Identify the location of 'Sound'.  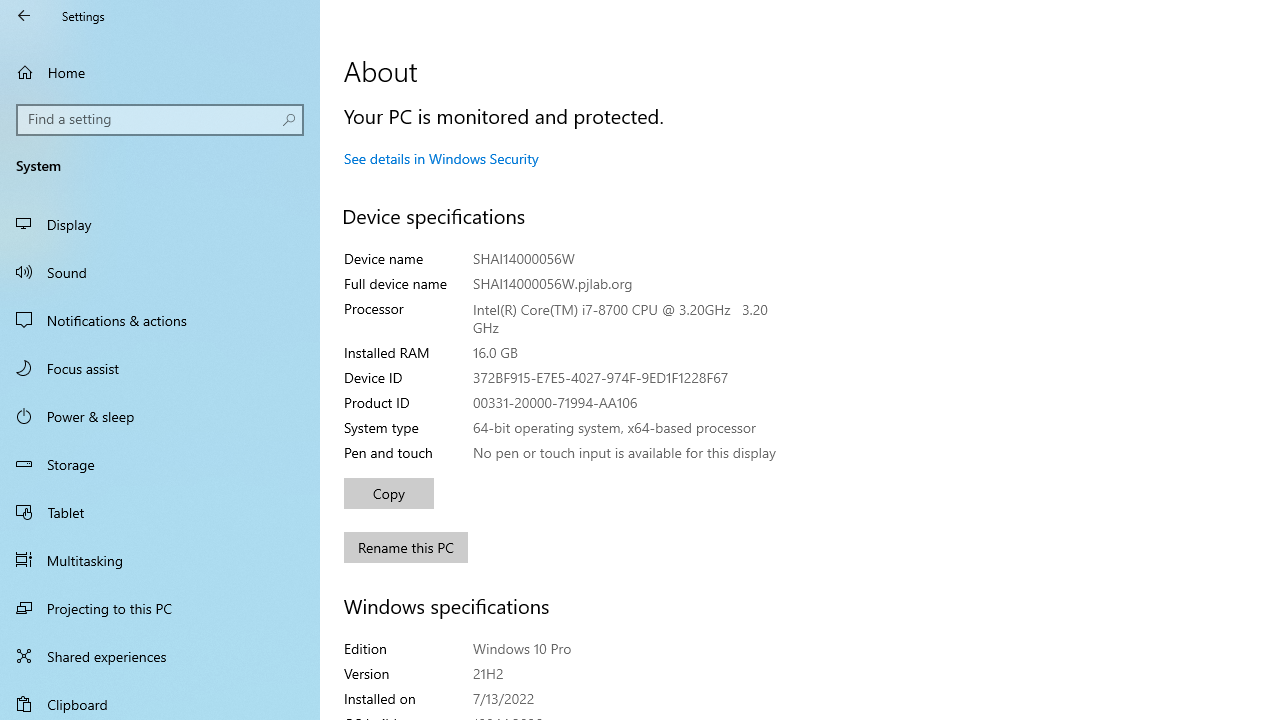
(160, 271).